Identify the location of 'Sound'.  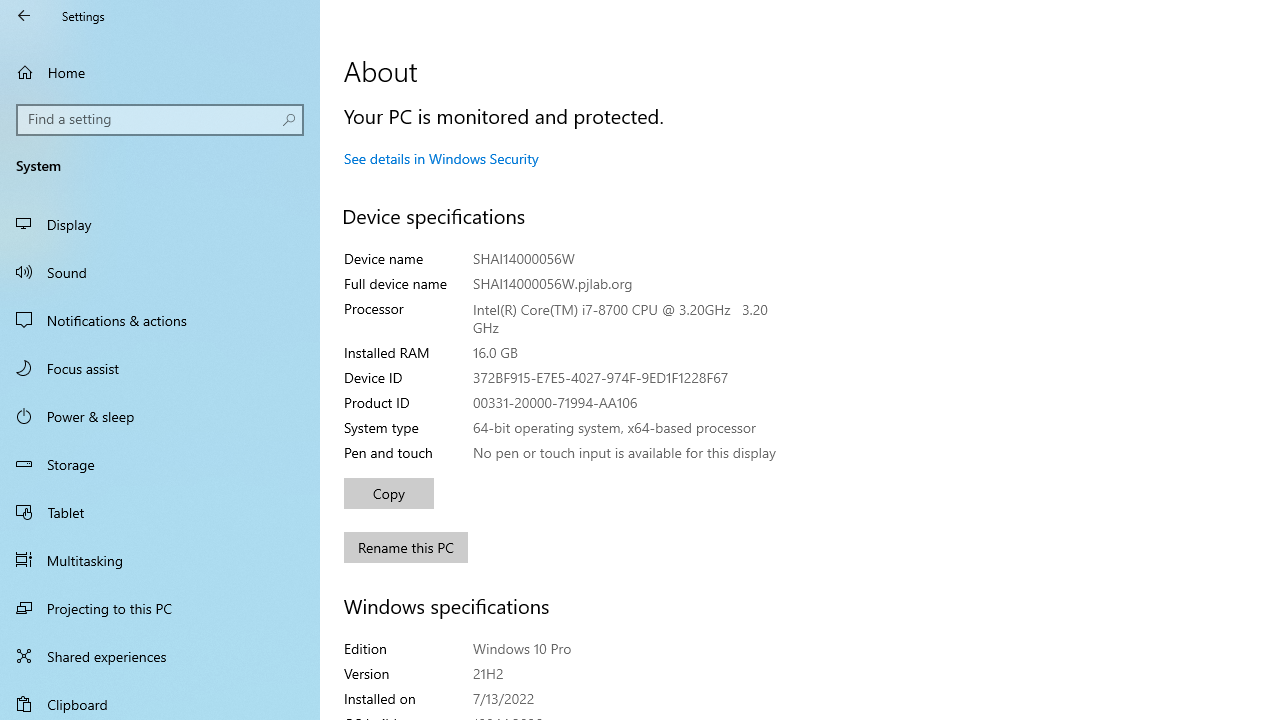
(160, 271).